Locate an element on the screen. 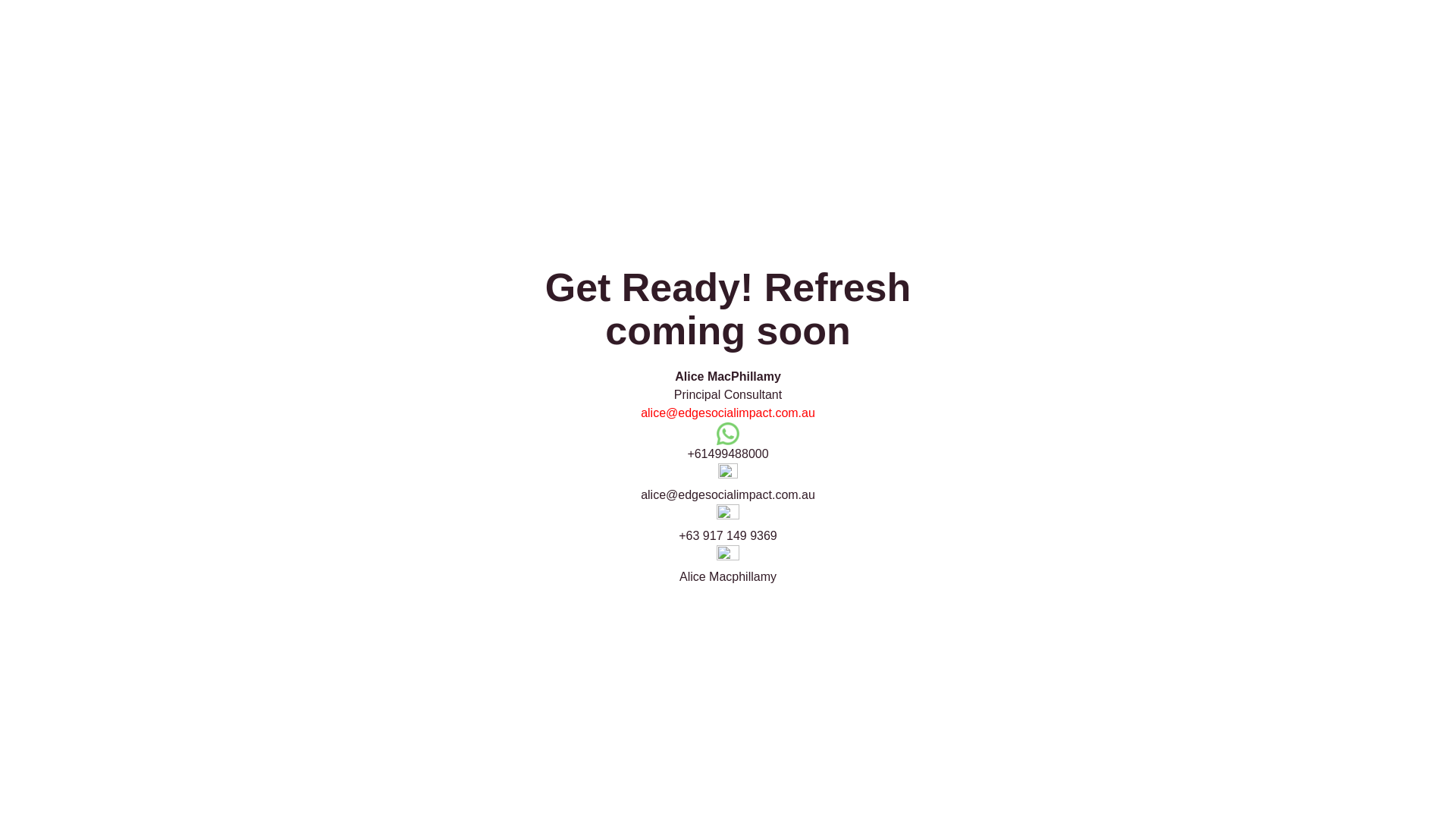 The width and height of the screenshot is (1456, 819). 'alice@edgesocialimpact.com.au' is located at coordinates (728, 413).